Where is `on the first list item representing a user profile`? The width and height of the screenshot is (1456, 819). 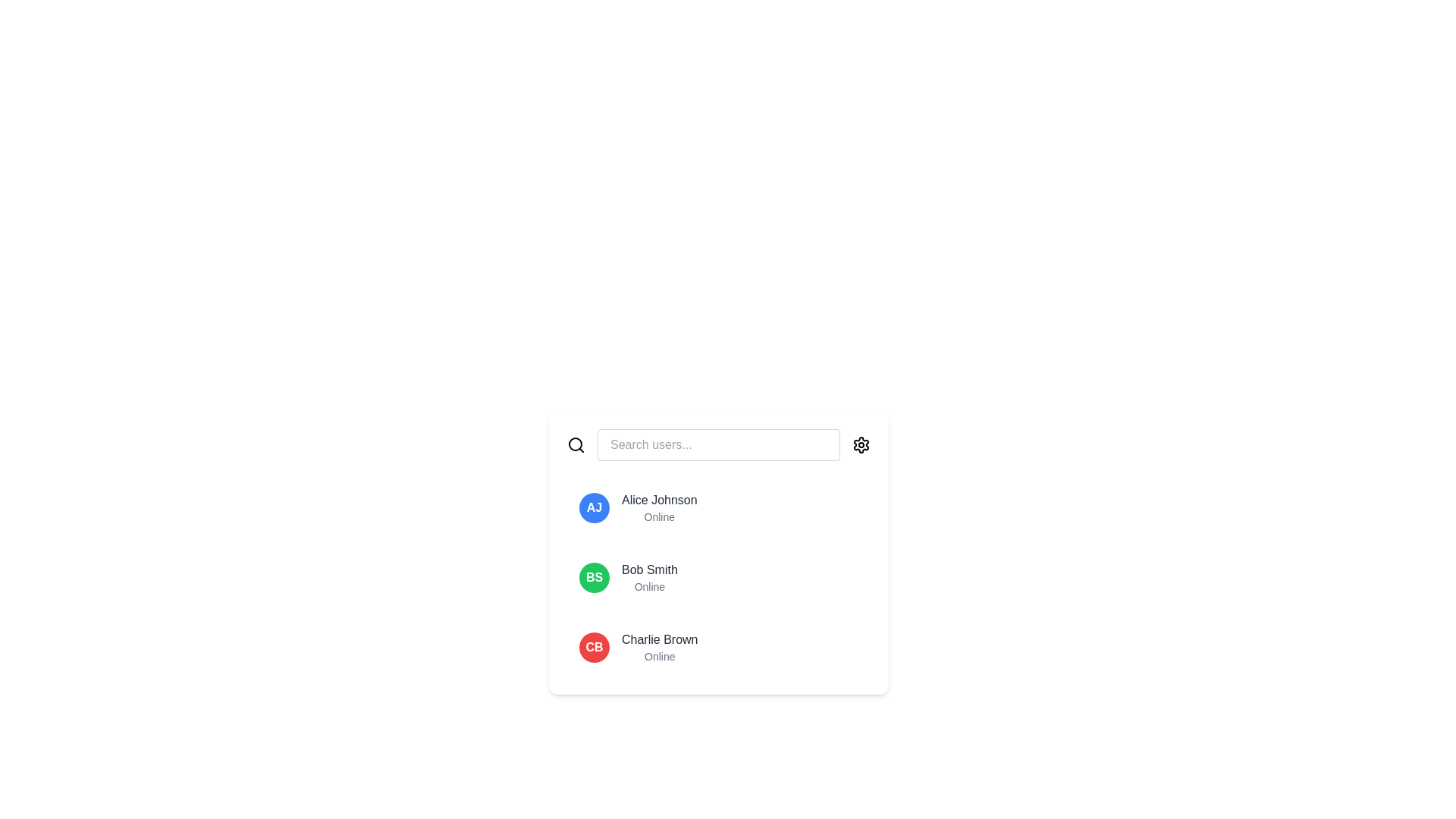 on the first list item representing a user profile is located at coordinates (718, 508).